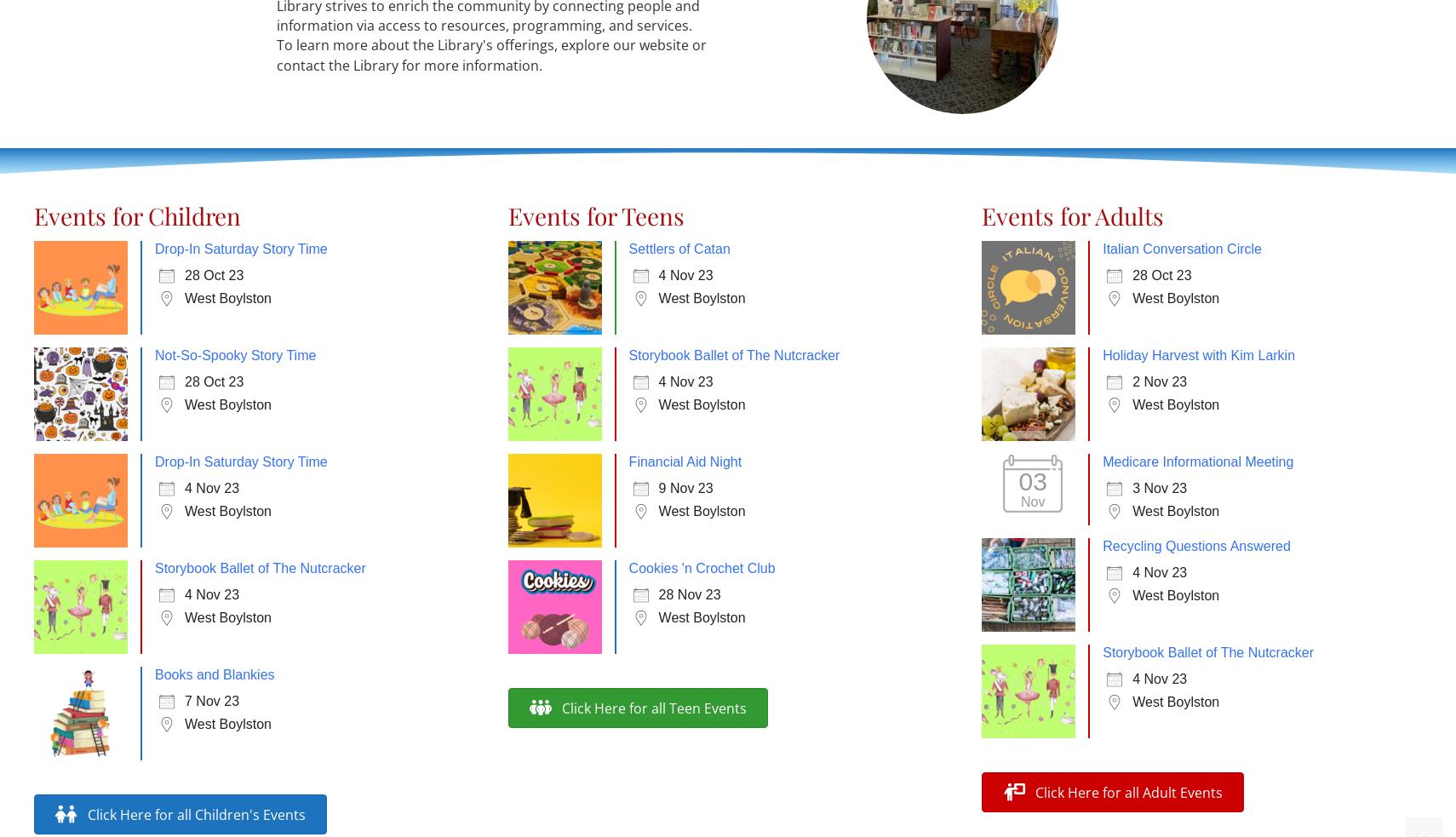 The width and height of the screenshot is (1456, 837). I want to click on 'Events for Children', so click(33, 215).